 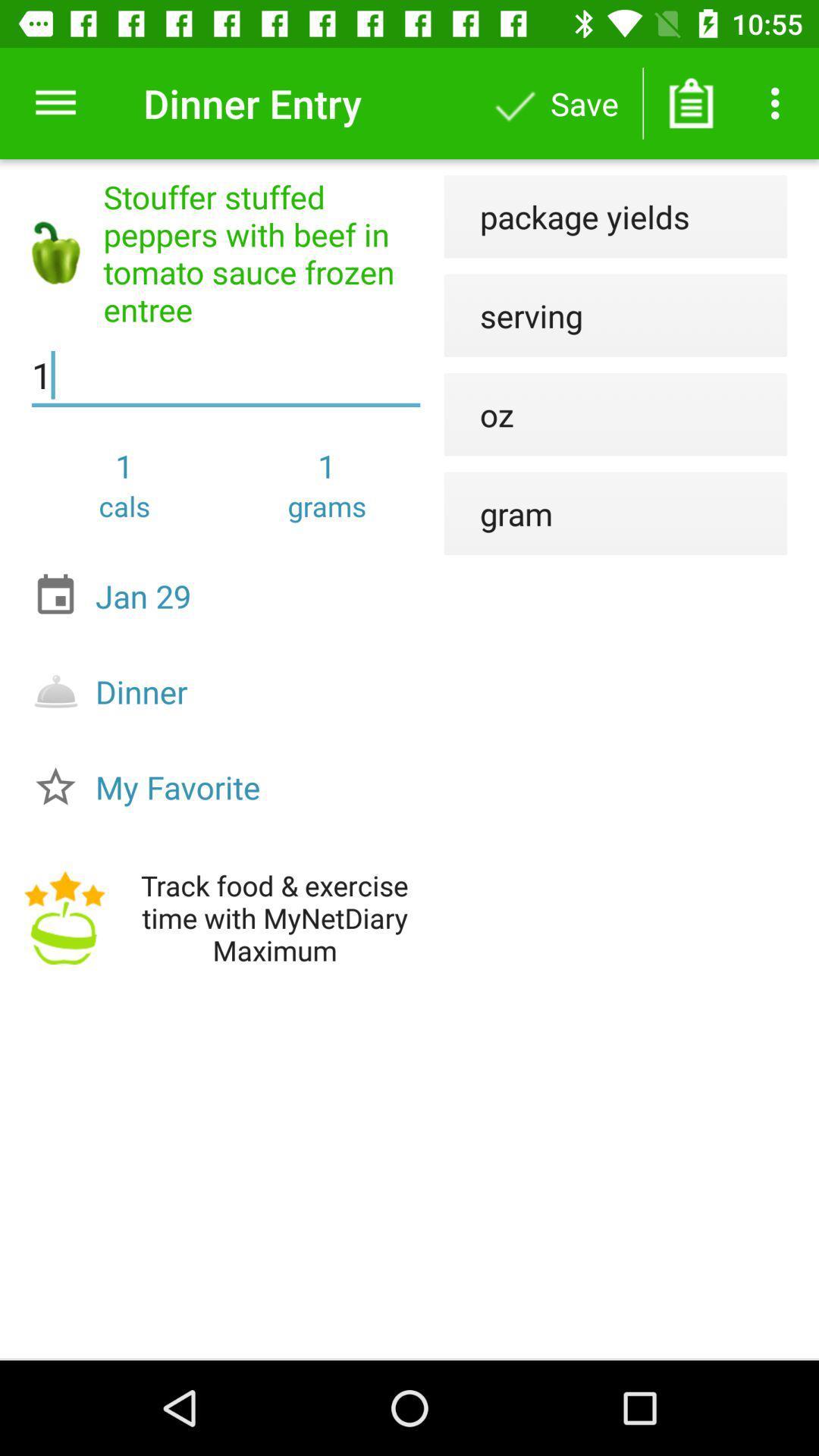 I want to click on the item above the track food exercise icon, so click(x=230, y=786).